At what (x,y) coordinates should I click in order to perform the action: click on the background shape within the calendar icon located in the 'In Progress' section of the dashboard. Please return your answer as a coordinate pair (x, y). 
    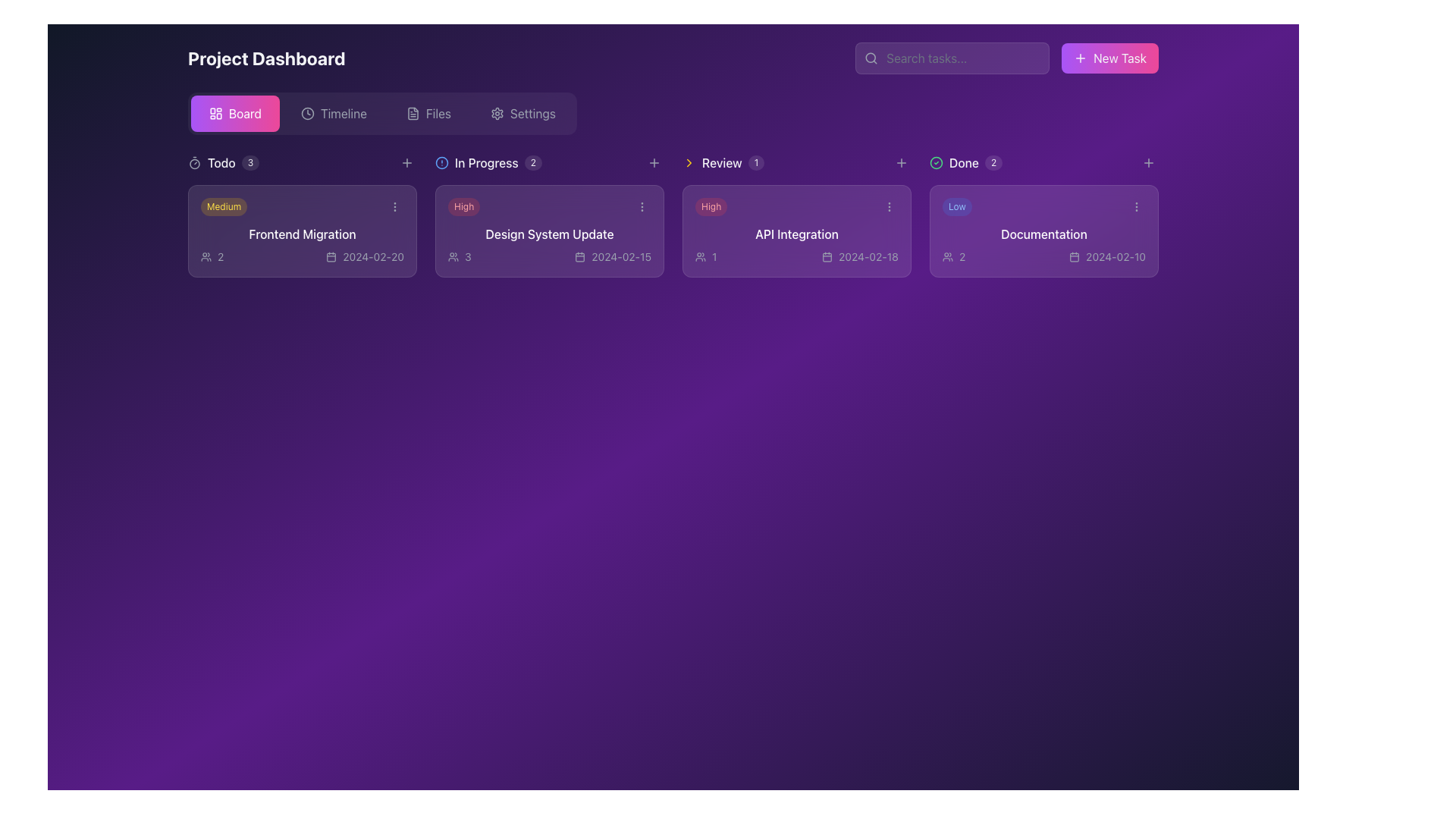
    Looking at the image, I should click on (579, 256).